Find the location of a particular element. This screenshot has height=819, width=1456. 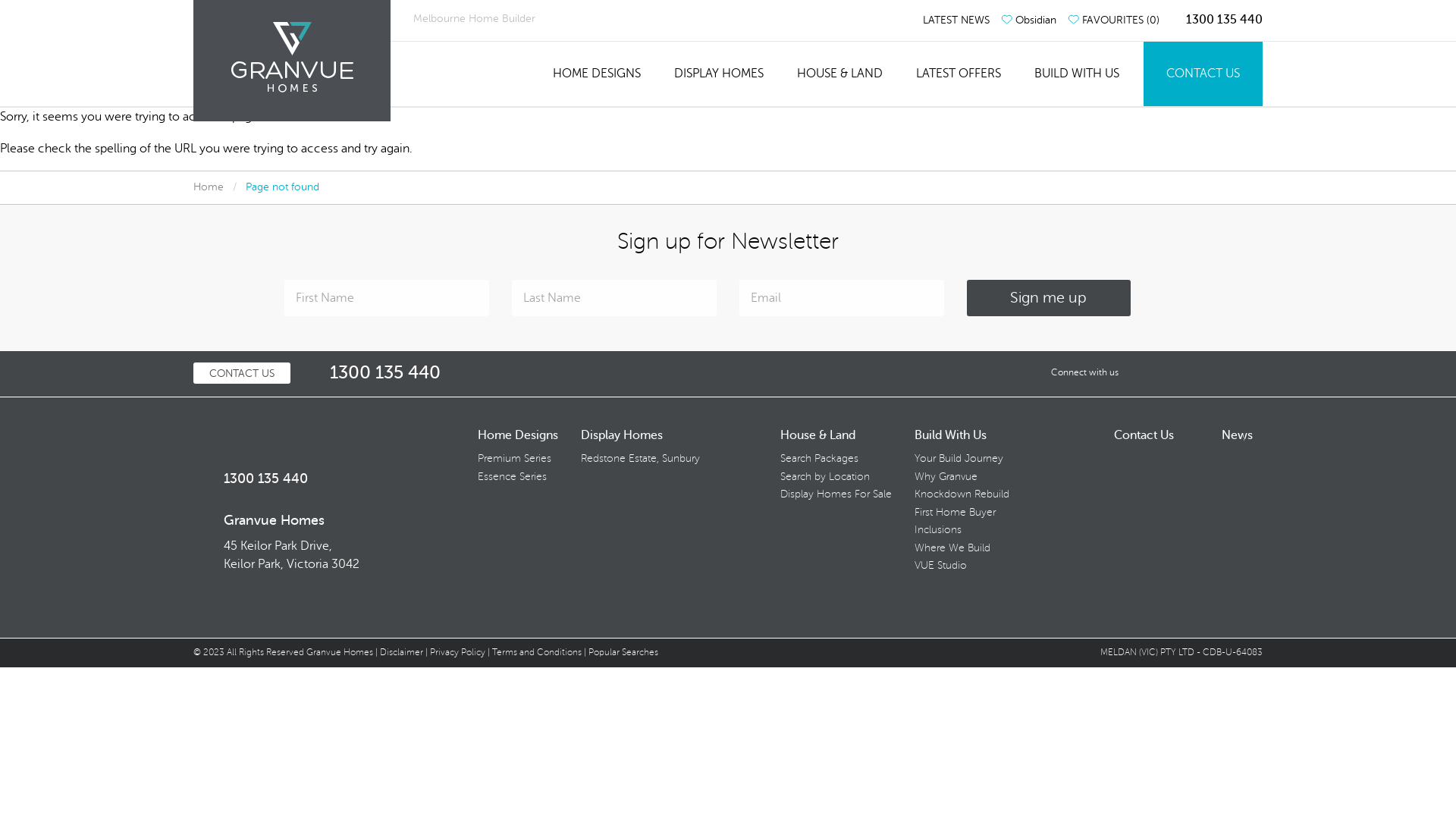

'1300 135 440' is located at coordinates (372, 372).